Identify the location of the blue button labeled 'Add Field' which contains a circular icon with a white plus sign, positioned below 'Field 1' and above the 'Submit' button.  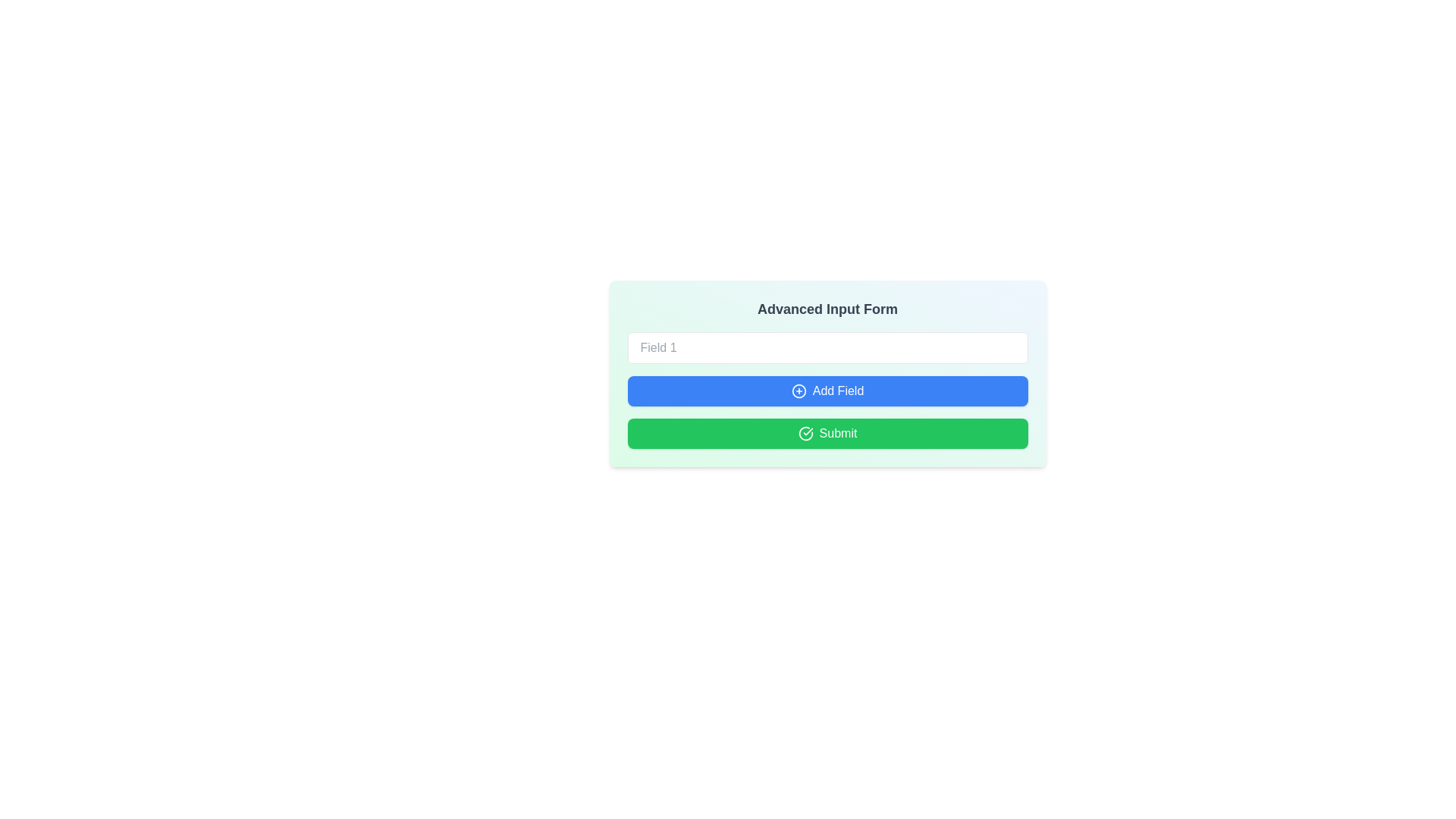
(827, 391).